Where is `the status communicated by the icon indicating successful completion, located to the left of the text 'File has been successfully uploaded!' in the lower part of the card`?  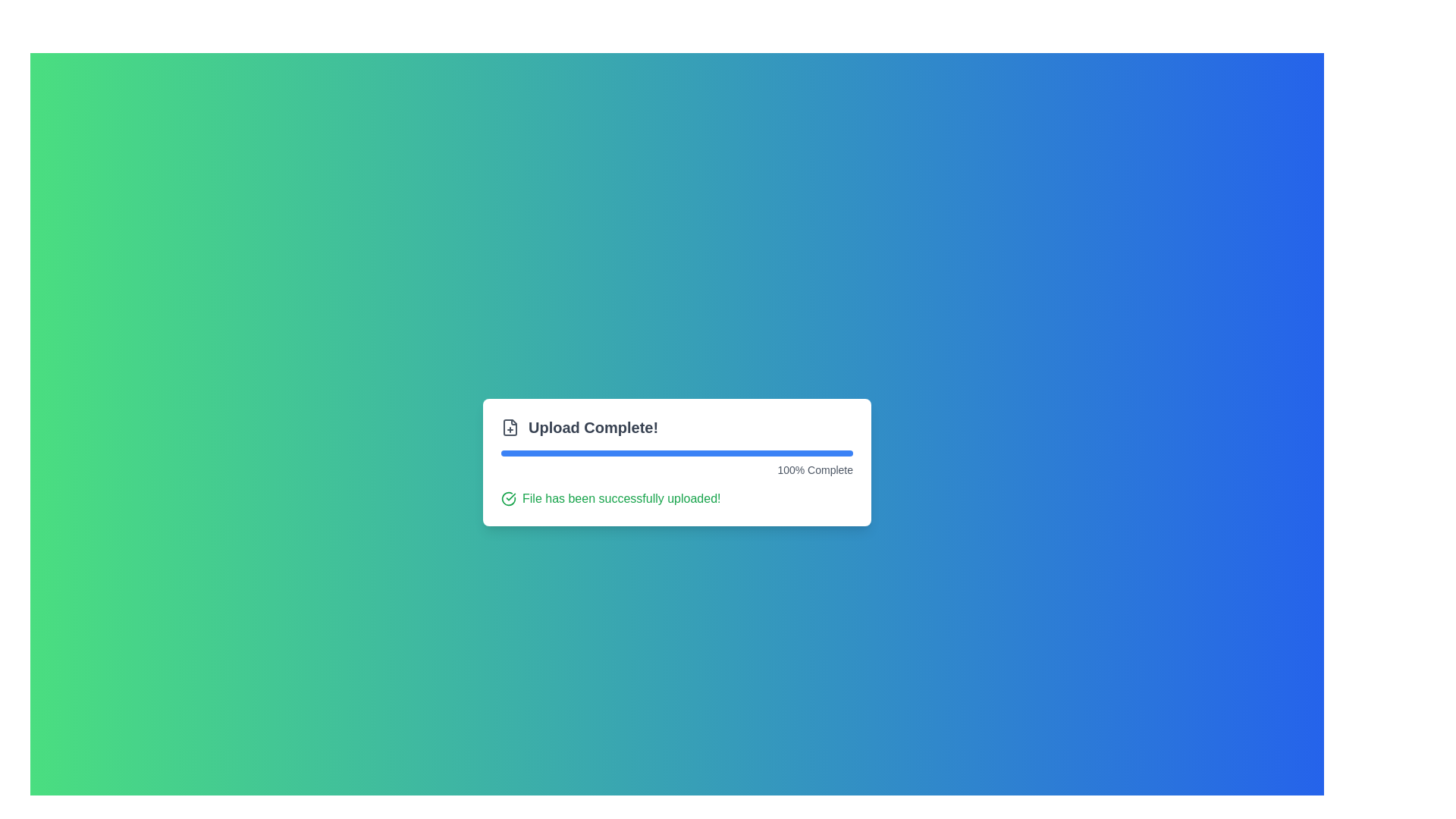
the status communicated by the icon indicating successful completion, located to the left of the text 'File has been successfully uploaded!' in the lower part of the card is located at coordinates (509, 499).